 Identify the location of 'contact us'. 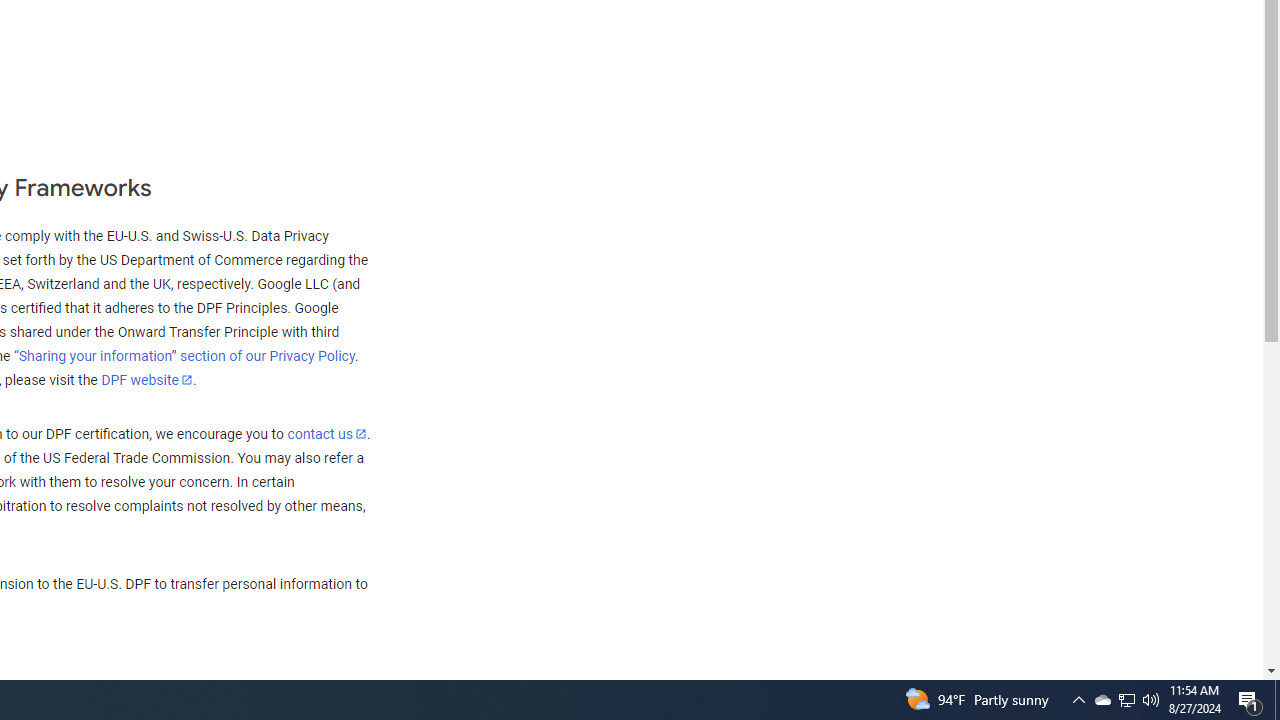
(327, 432).